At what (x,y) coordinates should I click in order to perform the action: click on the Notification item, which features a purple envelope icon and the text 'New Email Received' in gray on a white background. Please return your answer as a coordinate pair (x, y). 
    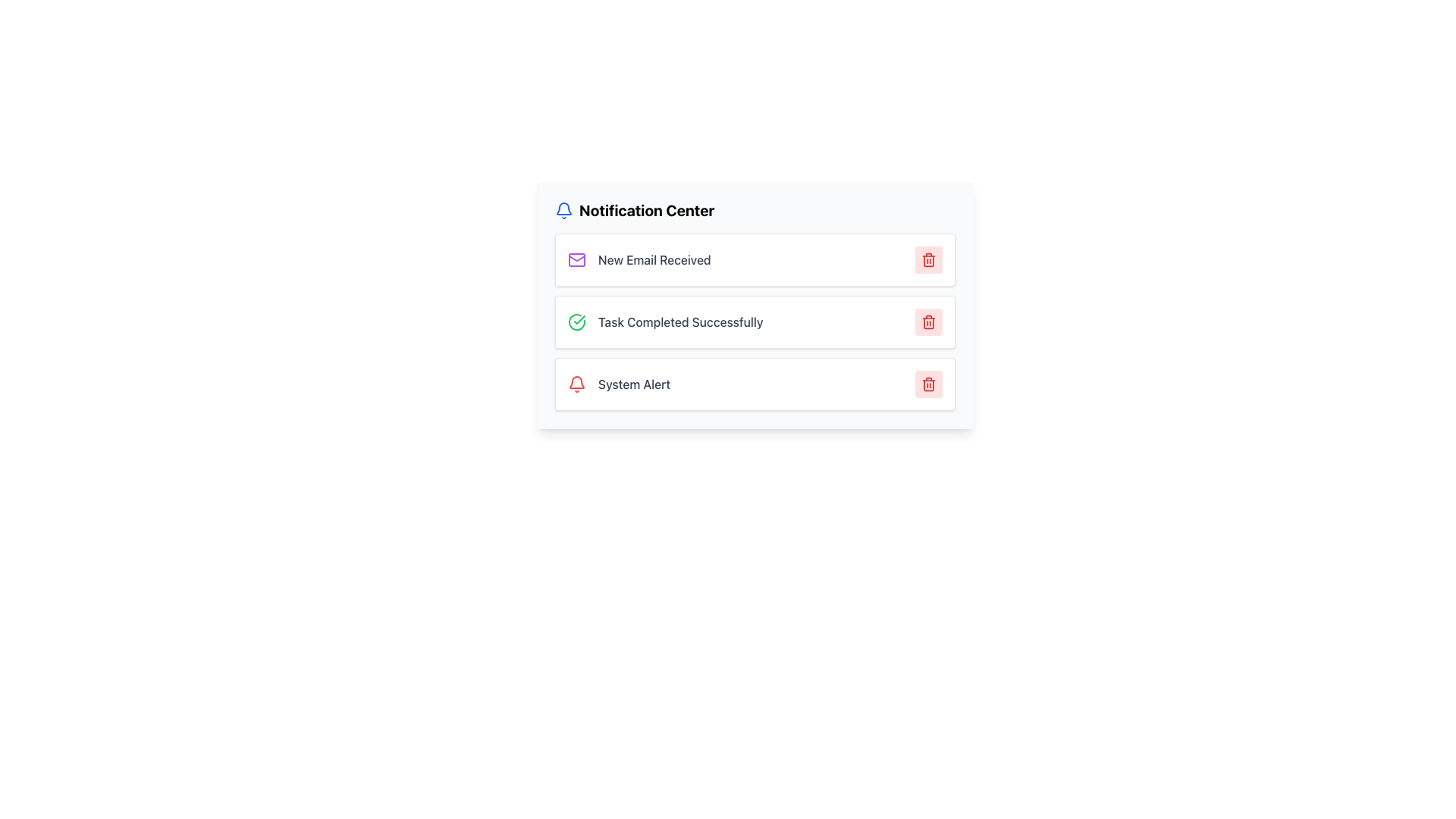
    Looking at the image, I should click on (639, 259).